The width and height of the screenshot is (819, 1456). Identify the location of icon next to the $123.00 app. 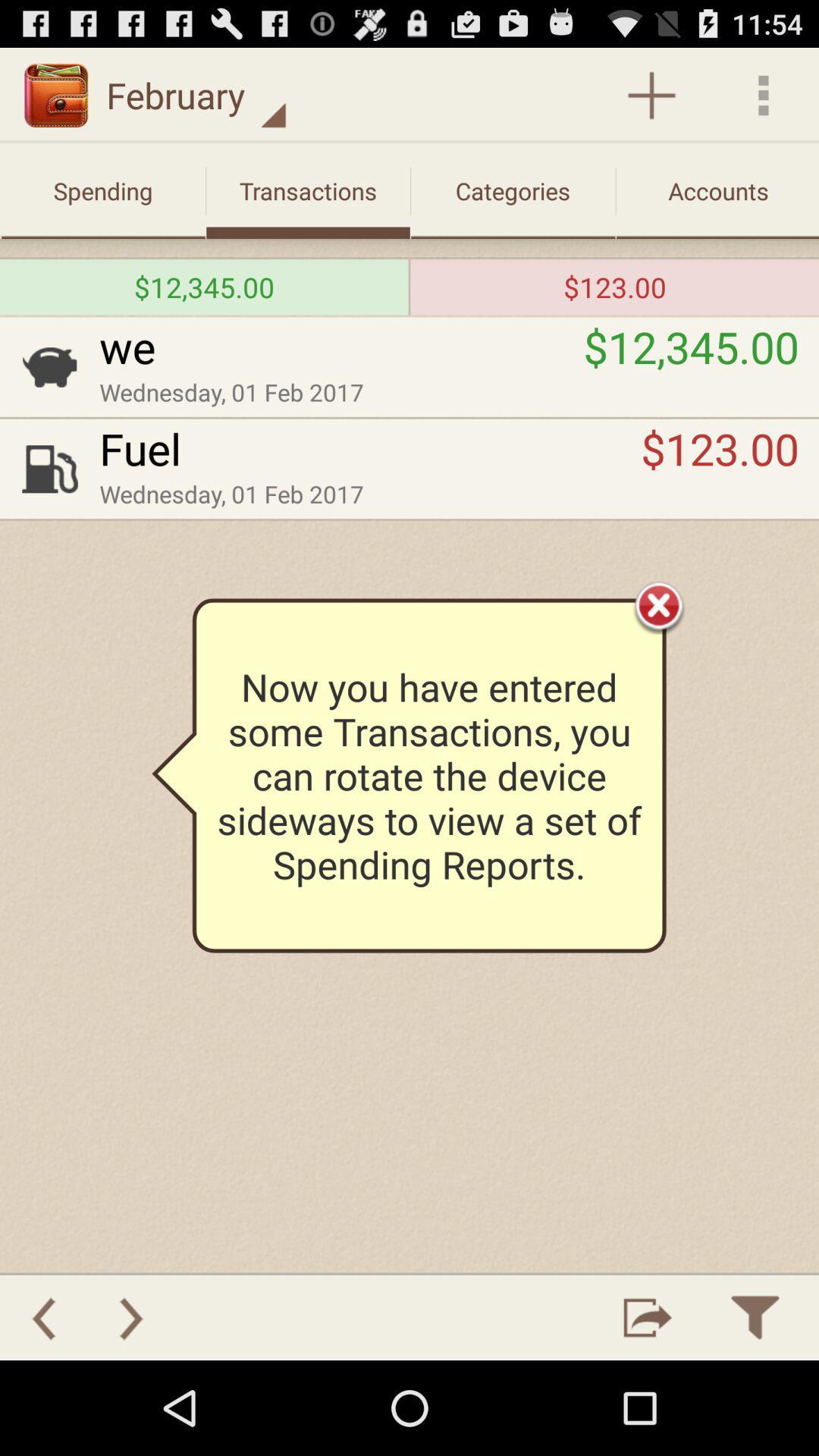
(409, 287).